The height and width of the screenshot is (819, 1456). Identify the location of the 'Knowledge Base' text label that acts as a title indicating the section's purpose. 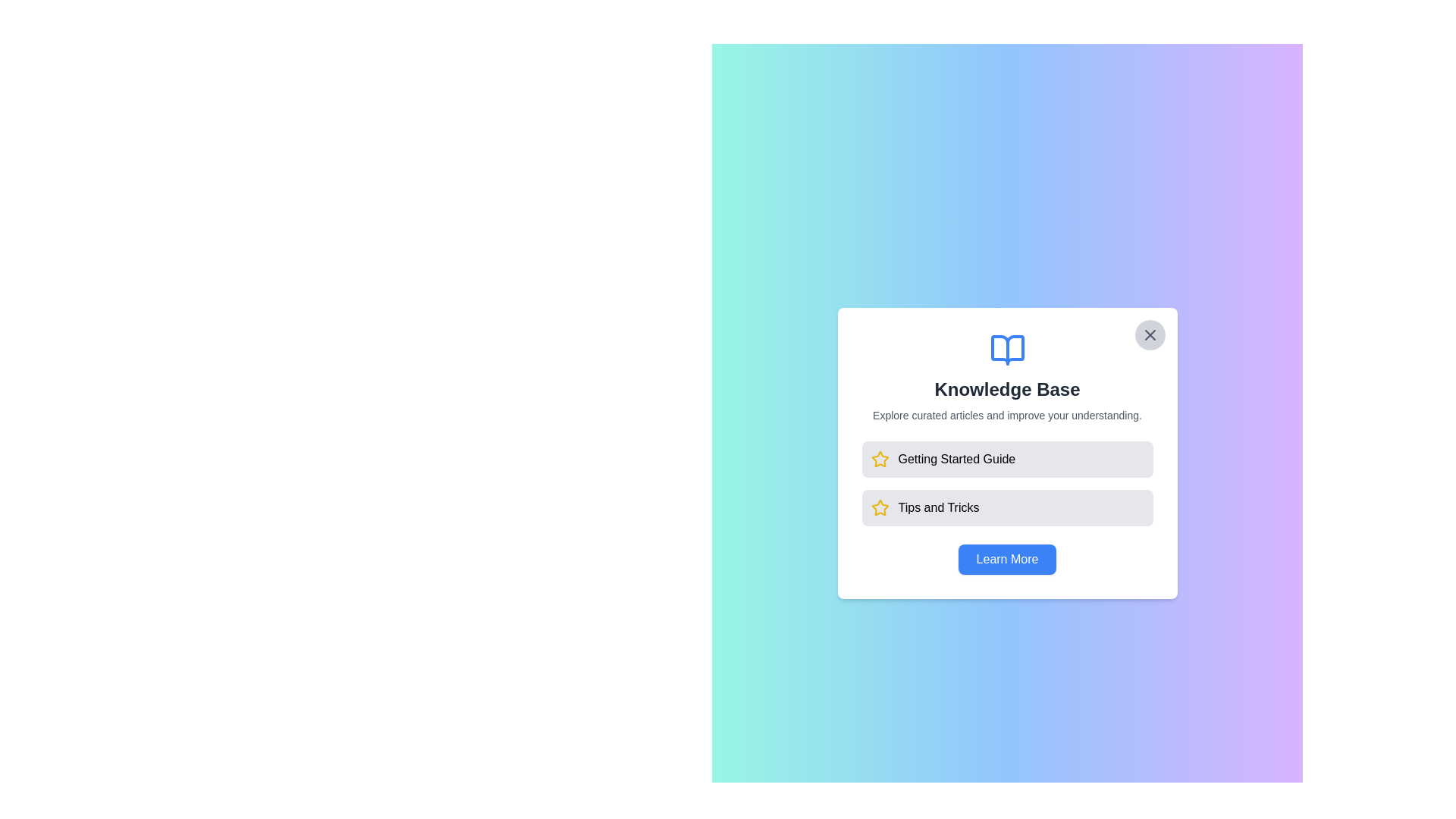
(1007, 388).